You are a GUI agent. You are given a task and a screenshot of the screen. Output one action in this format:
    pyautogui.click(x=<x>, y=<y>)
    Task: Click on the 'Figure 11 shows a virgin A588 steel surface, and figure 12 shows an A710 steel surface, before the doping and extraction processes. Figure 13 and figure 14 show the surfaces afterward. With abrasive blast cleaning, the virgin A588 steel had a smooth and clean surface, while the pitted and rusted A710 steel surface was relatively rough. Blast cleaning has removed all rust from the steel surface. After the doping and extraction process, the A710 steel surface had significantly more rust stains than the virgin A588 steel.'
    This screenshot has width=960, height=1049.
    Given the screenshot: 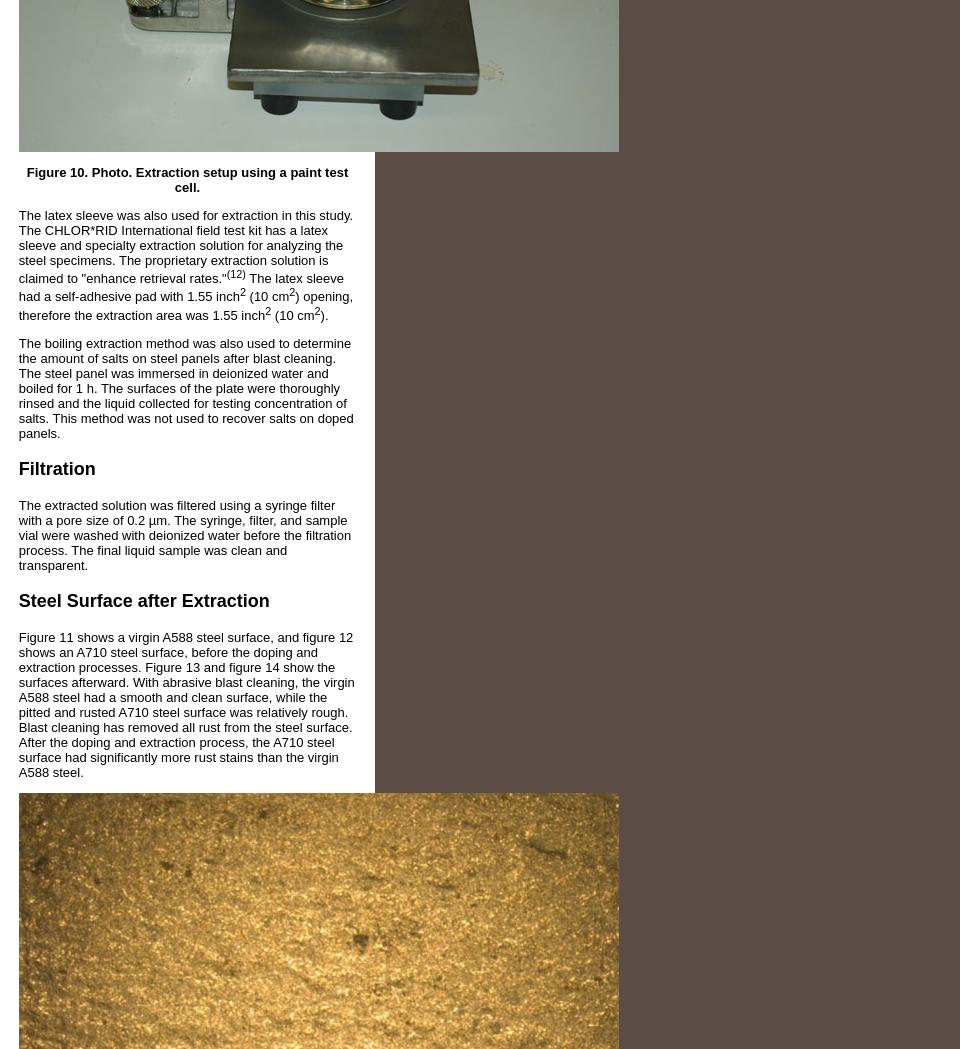 What is the action you would take?
    pyautogui.click(x=186, y=705)
    